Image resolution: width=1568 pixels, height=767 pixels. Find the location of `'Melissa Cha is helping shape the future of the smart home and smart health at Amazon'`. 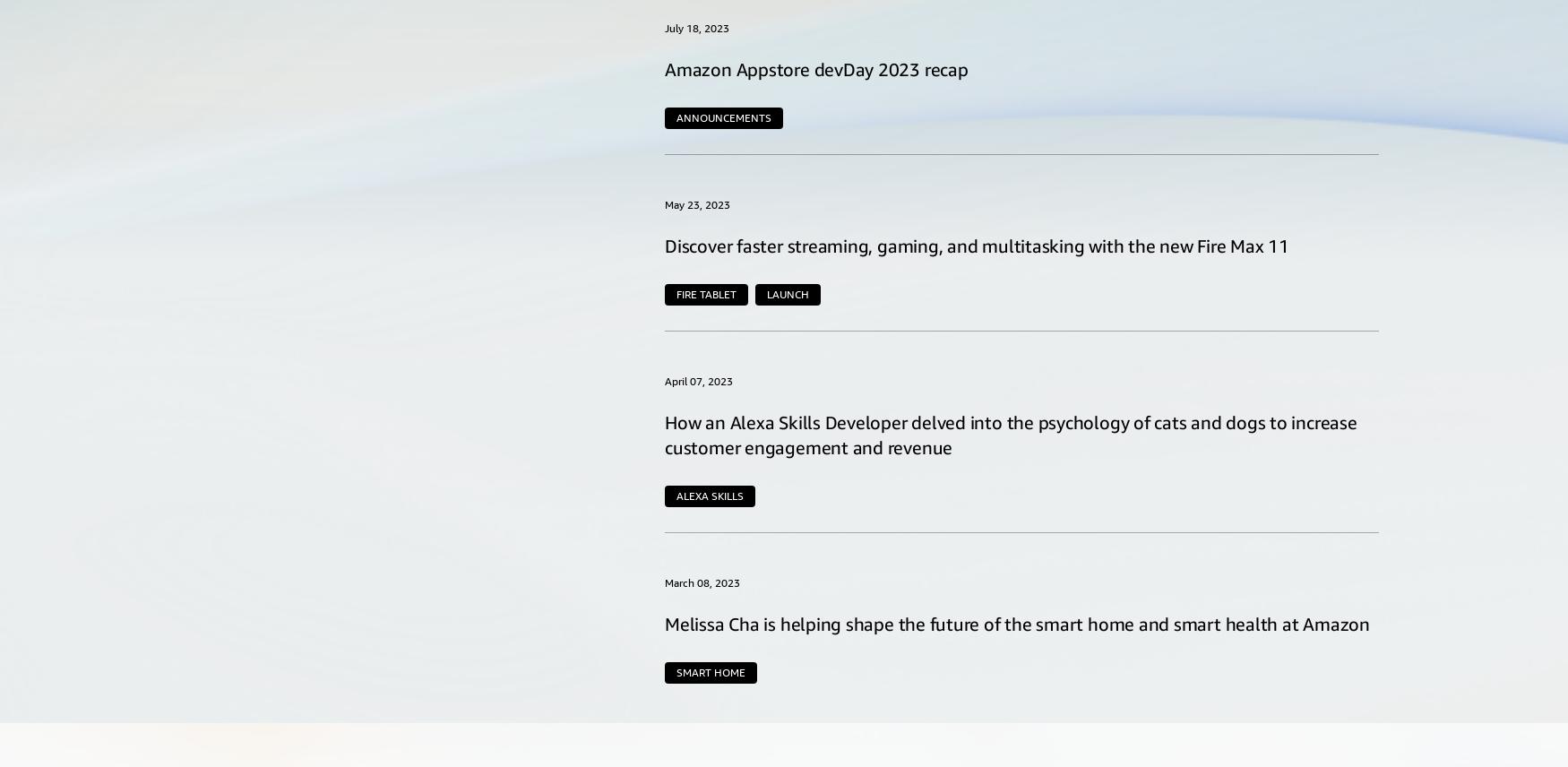

'Melissa Cha is helping shape the future of the smart home and smart health at Amazon' is located at coordinates (1016, 622).